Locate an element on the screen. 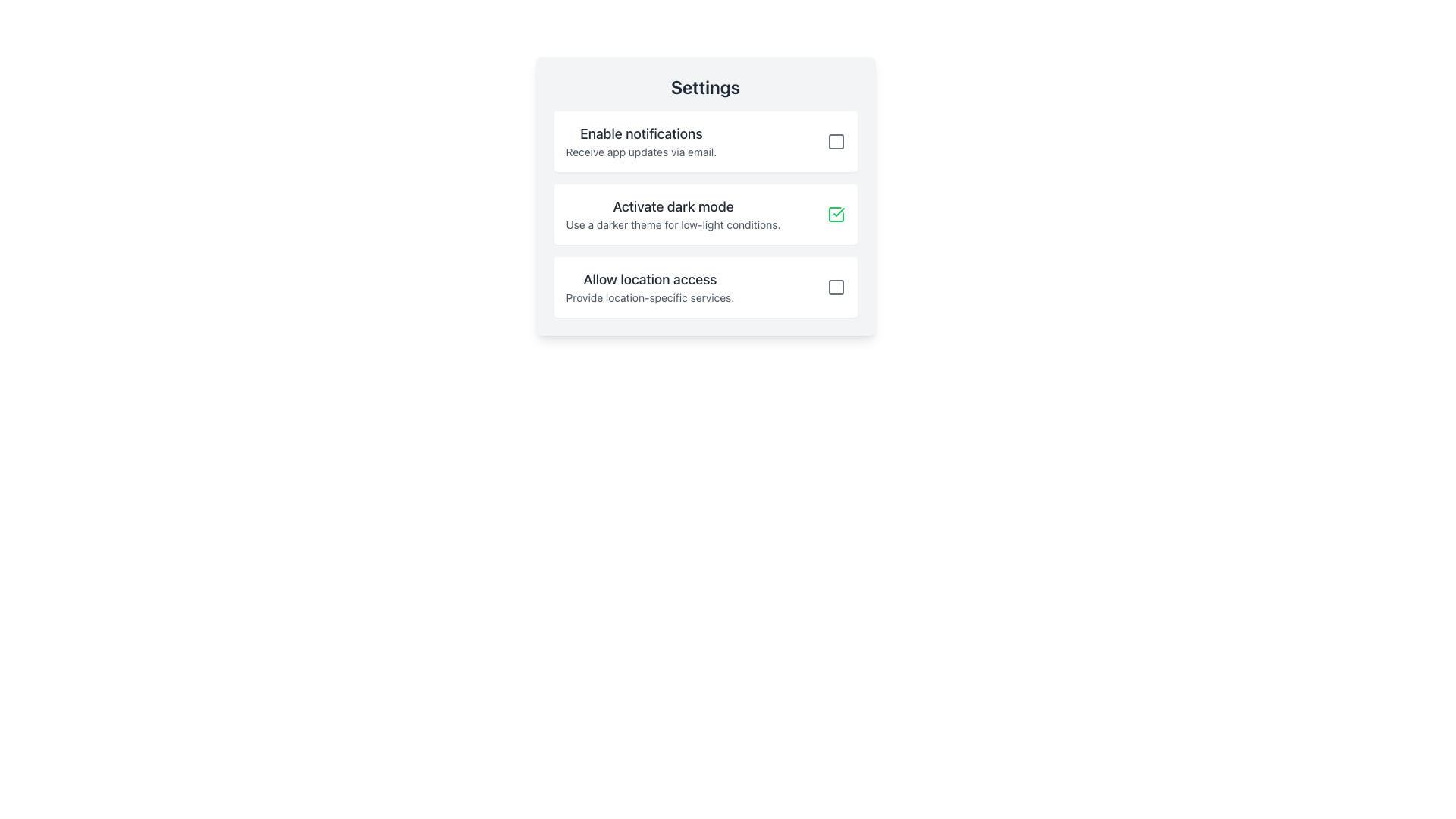 This screenshot has width=1456, height=819. the descriptive text providing additional information about the feature 'Allow location access', which is located below its header text in the grouped section is located at coordinates (650, 298).